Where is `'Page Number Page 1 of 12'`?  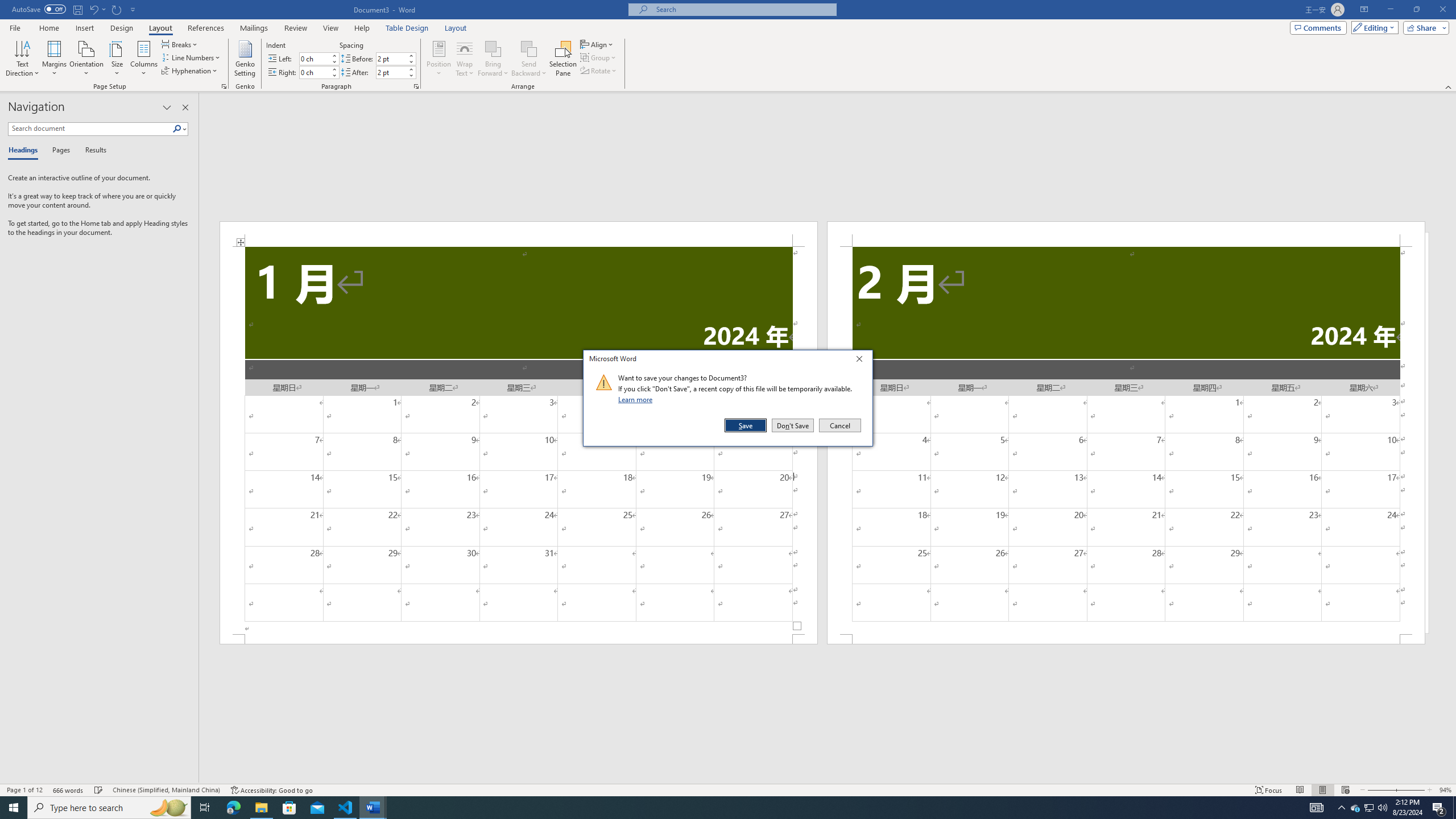
'Page Number Page 1 of 12' is located at coordinates (24, 790).